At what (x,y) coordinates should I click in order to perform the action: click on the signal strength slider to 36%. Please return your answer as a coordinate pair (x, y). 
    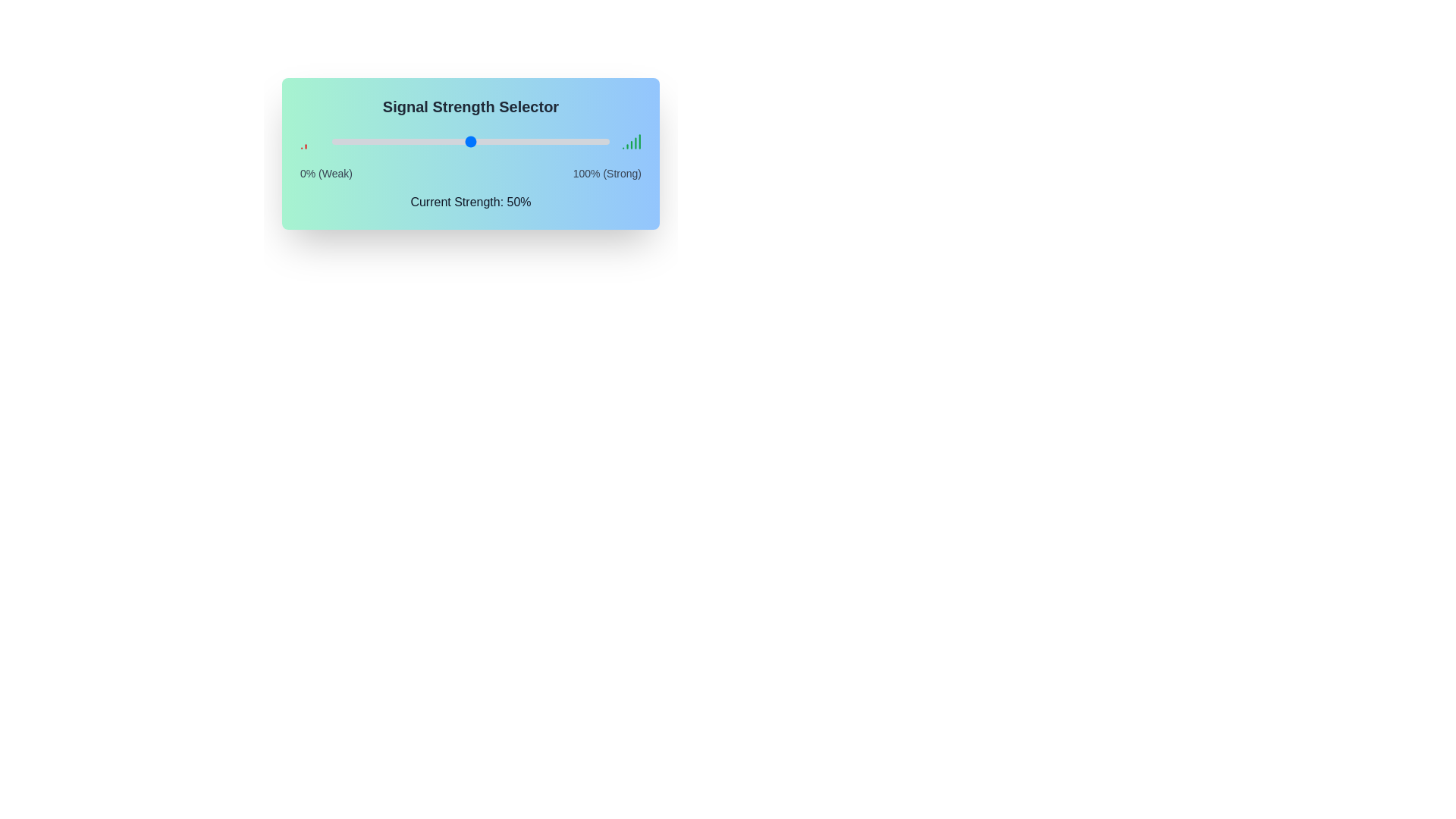
    Looking at the image, I should click on (431, 141).